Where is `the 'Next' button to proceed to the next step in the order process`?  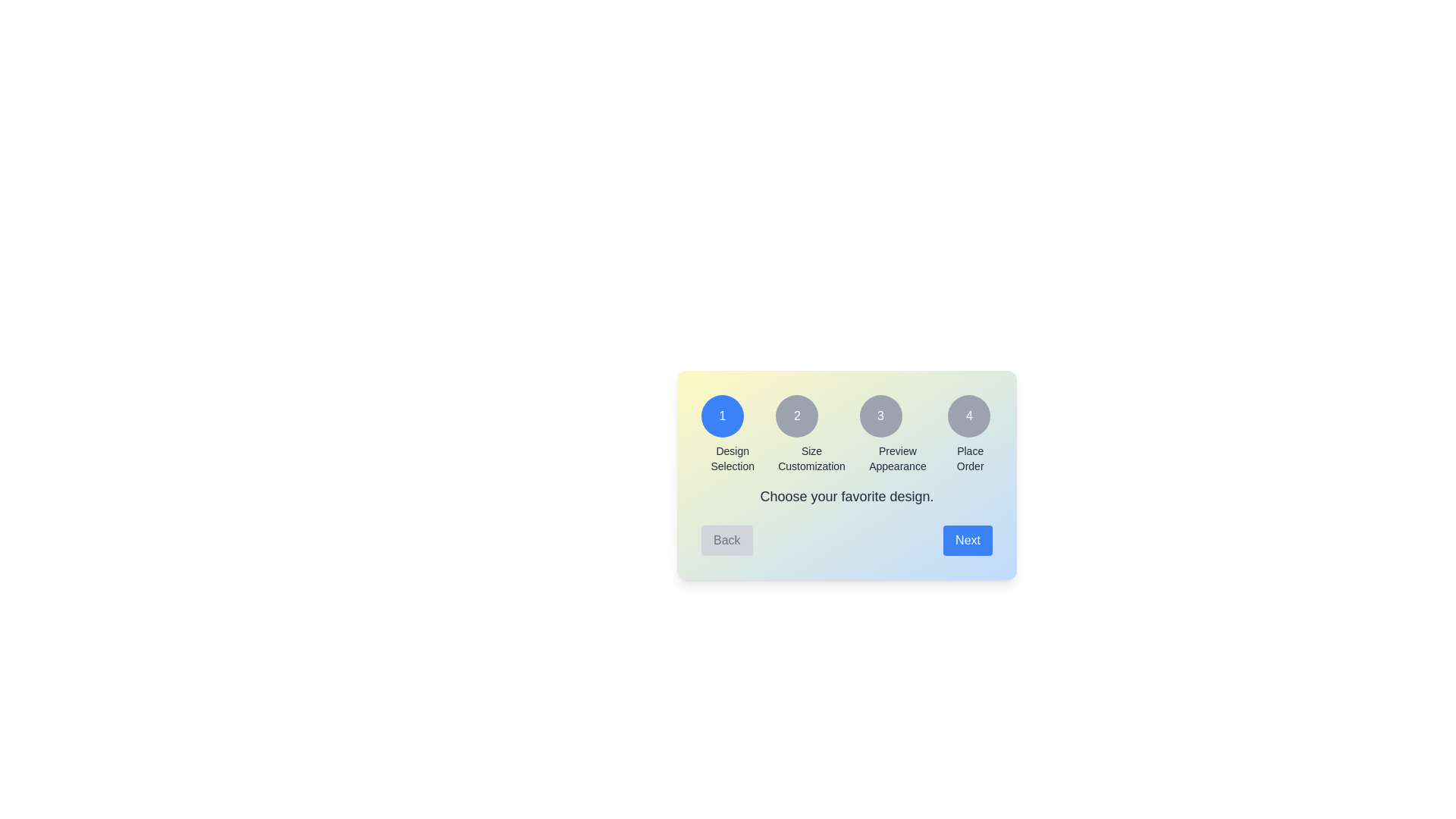 the 'Next' button to proceed to the next step in the order process is located at coordinates (967, 540).